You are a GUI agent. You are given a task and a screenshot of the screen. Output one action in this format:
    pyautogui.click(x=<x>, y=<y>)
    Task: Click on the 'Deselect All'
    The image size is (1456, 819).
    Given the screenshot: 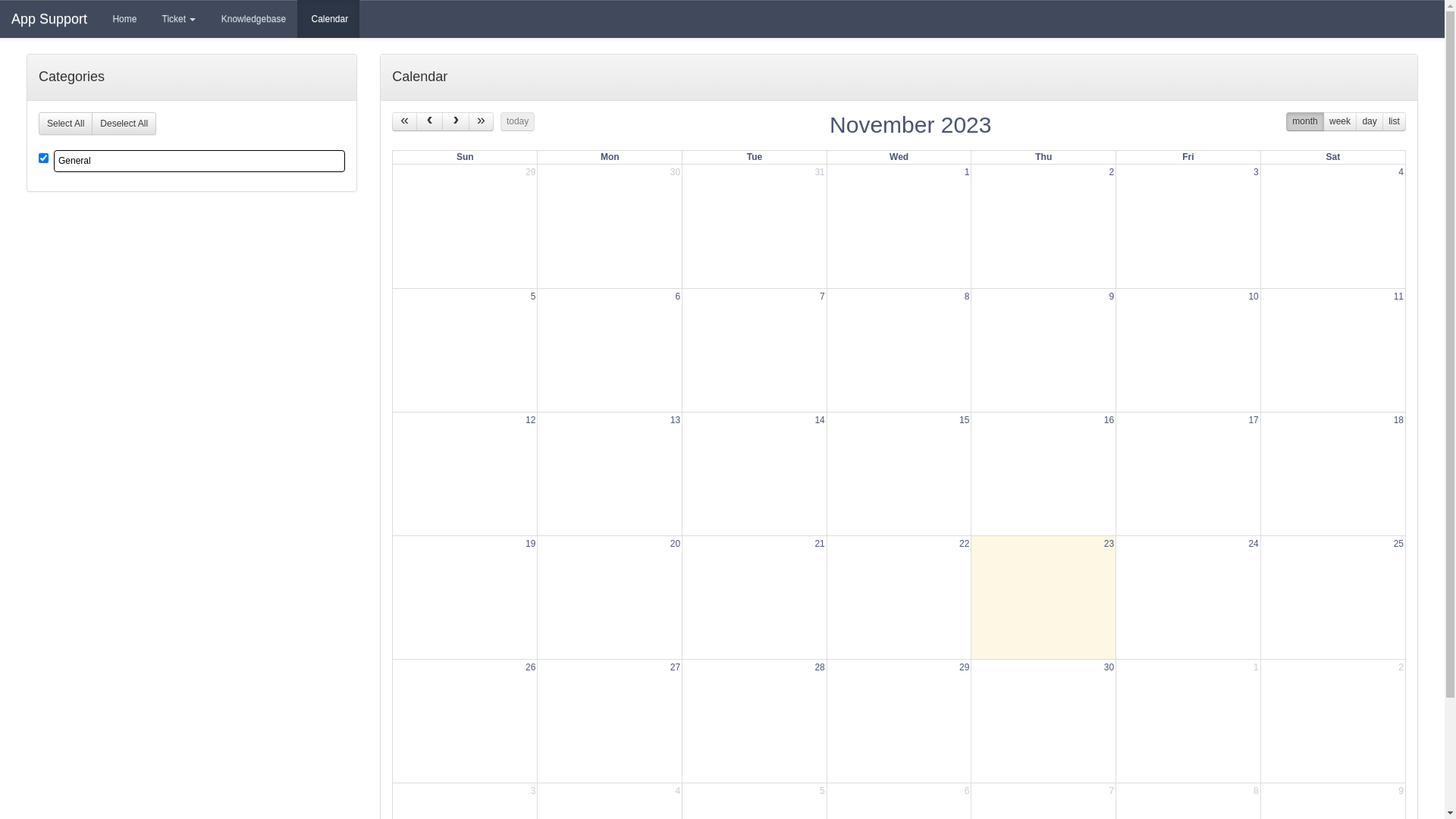 What is the action you would take?
    pyautogui.click(x=124, y=122)
    